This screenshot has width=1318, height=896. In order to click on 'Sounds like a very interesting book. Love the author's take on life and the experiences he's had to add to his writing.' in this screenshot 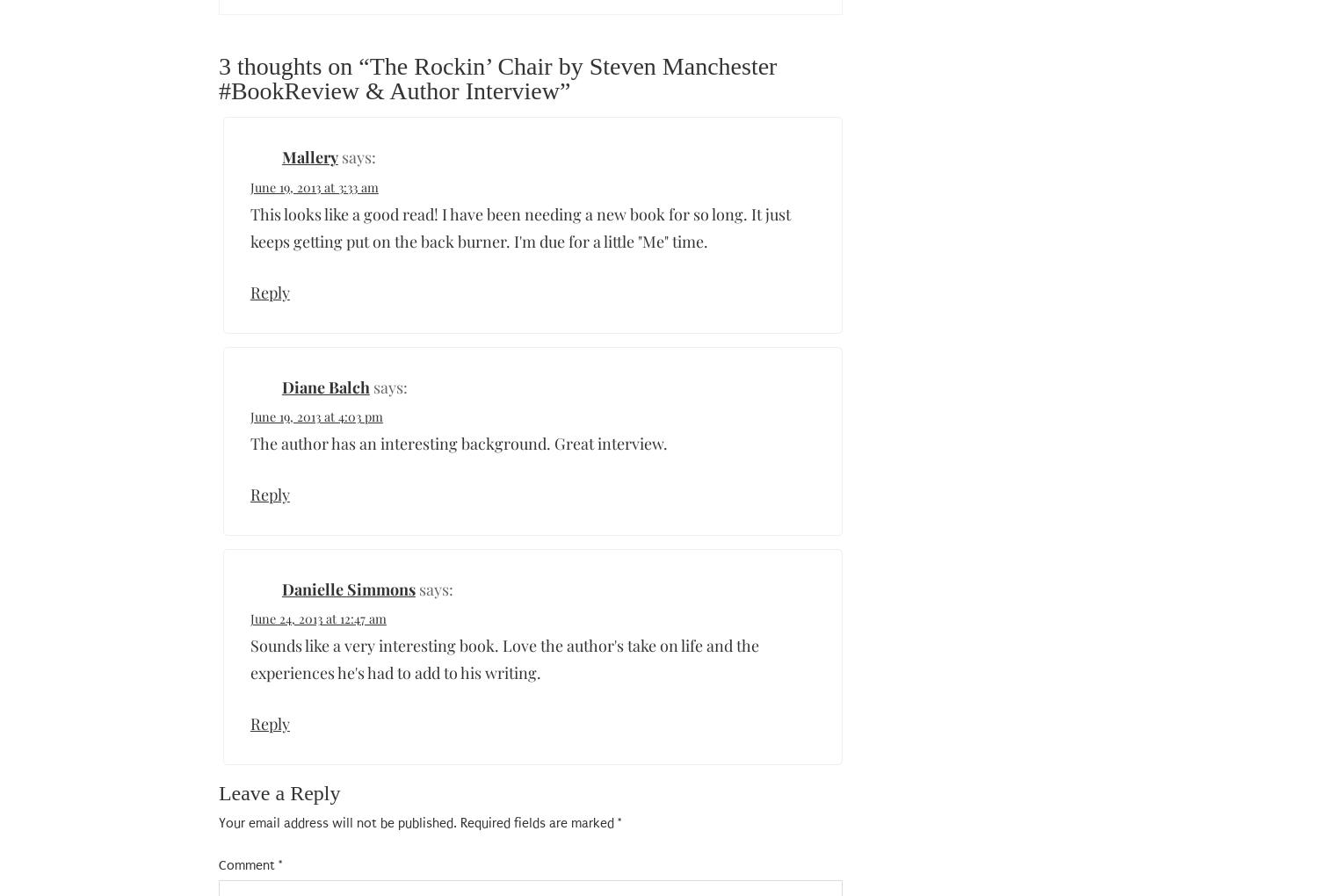, I will do `click(503, 659)`.